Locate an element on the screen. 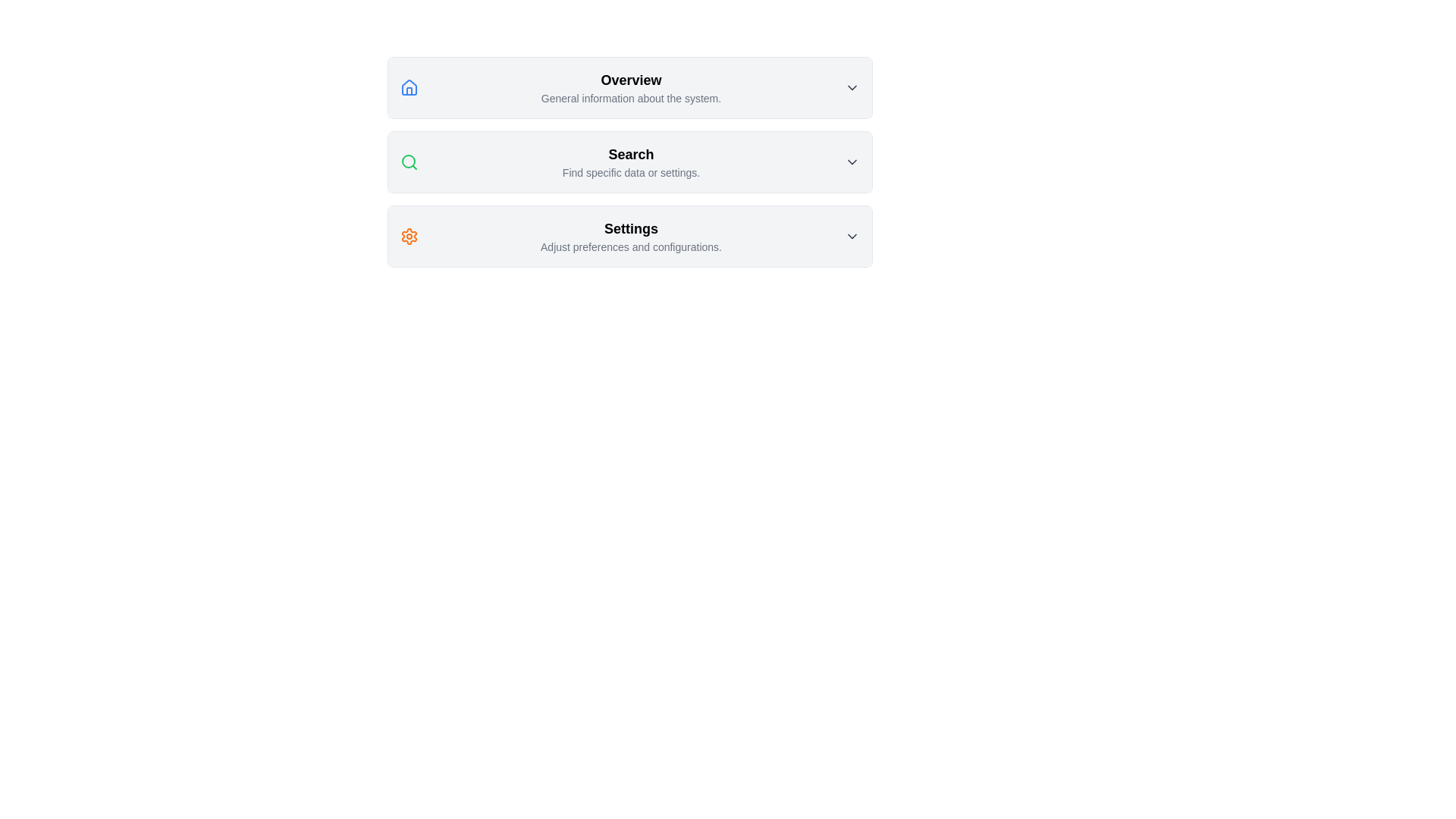 The height and width of the screenshot is (819, 1456). the rectangular button labeled 'Search' with a light gray background and a green search icon to activate it is located at coordinates (629, 162).